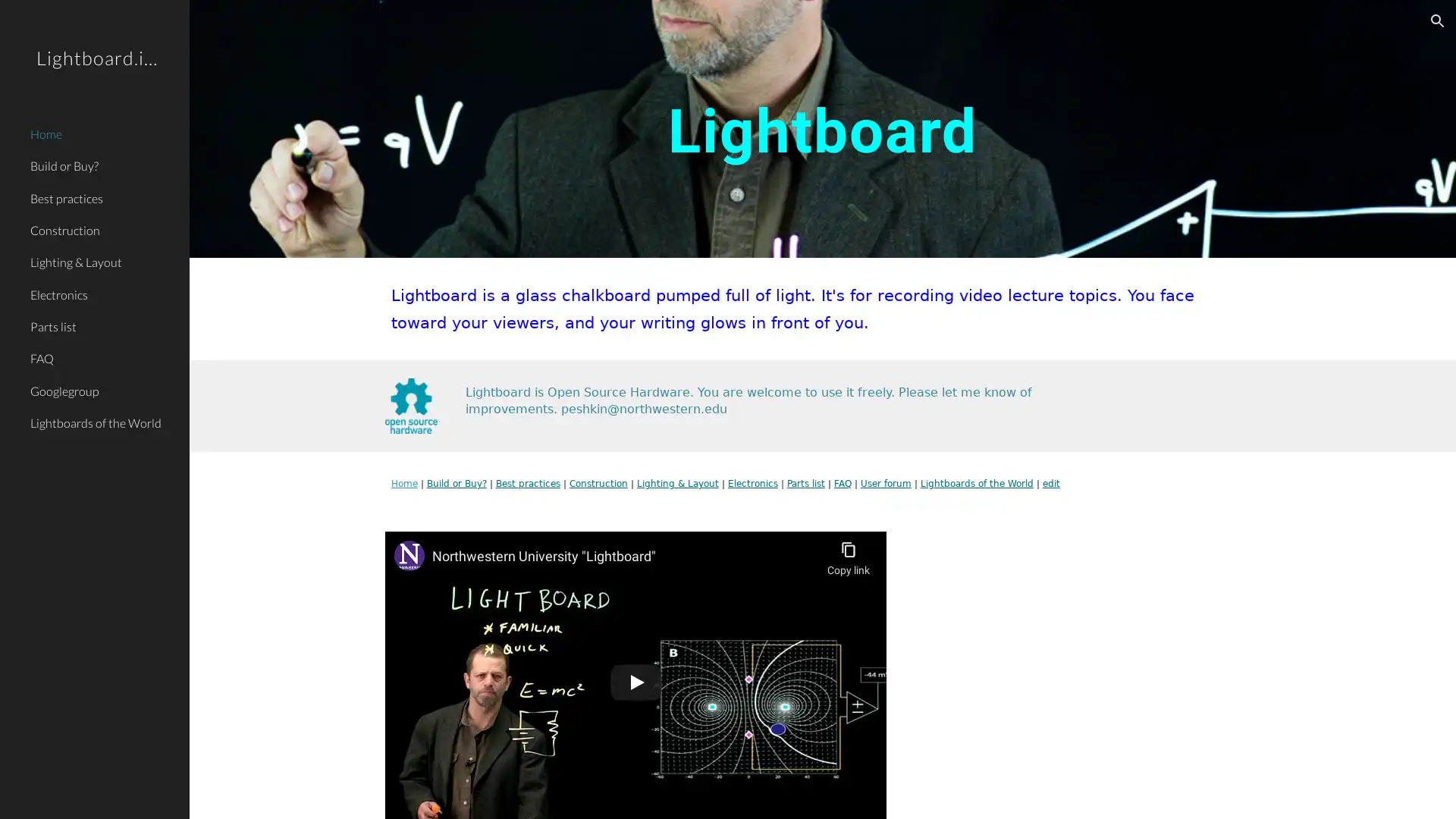 The image size is (1456, 819). What do you see at coordinates (597, 28) in the screenshot?
I see `Skip to main content` at bounding box center [597, 28].